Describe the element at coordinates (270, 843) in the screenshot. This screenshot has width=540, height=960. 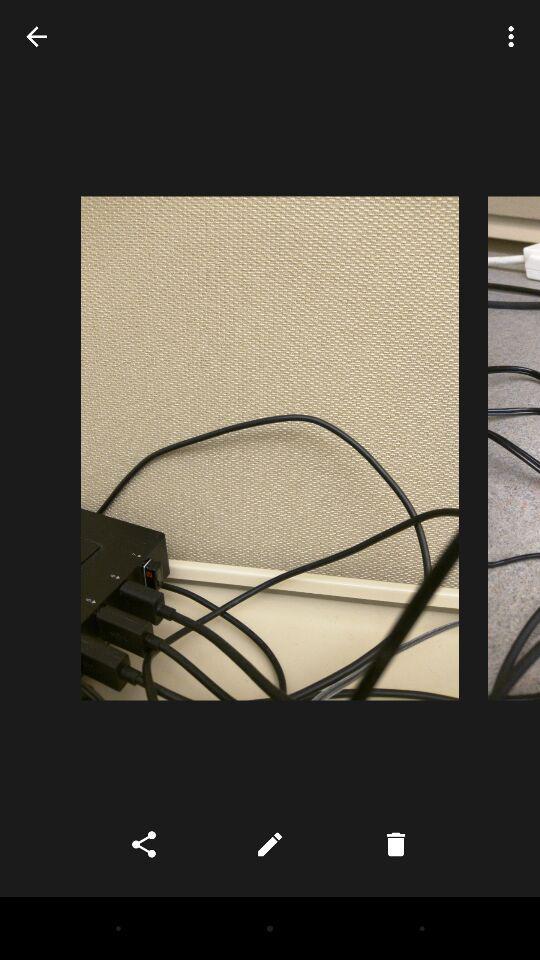
I see `the edit icon` at that location.